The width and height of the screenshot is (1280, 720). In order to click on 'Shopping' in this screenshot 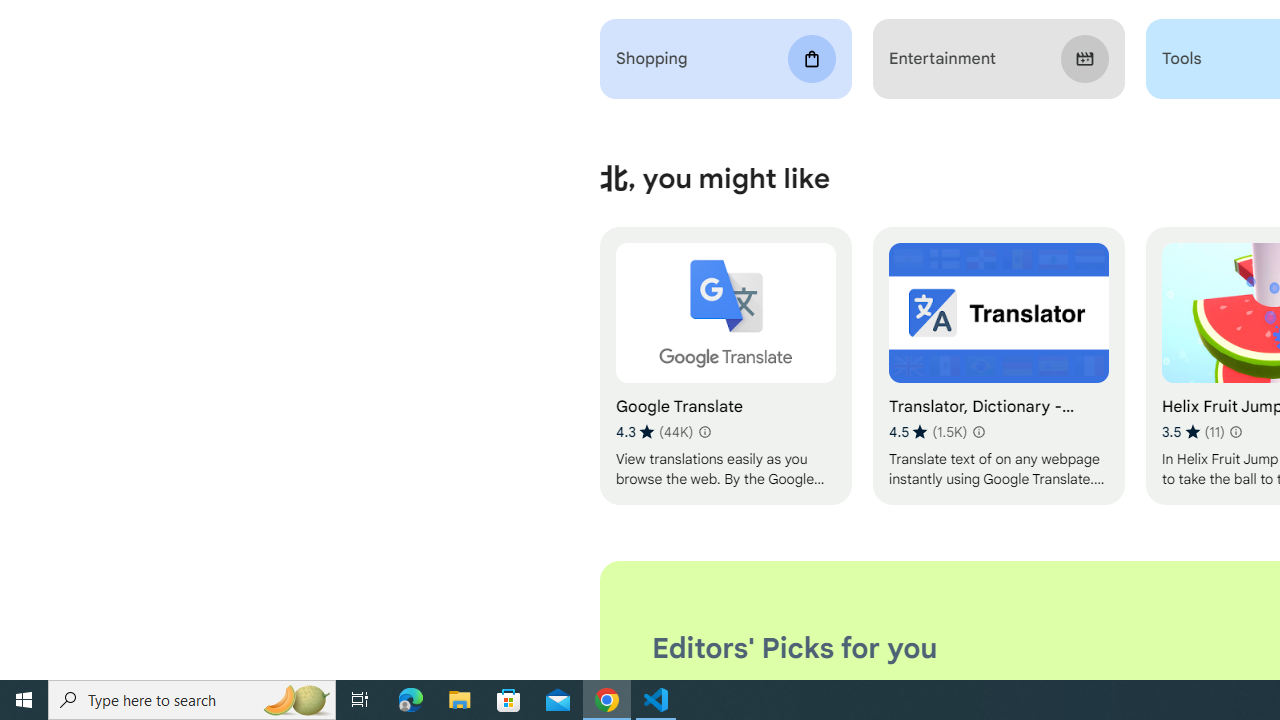, I will do `click(724, 58)`.